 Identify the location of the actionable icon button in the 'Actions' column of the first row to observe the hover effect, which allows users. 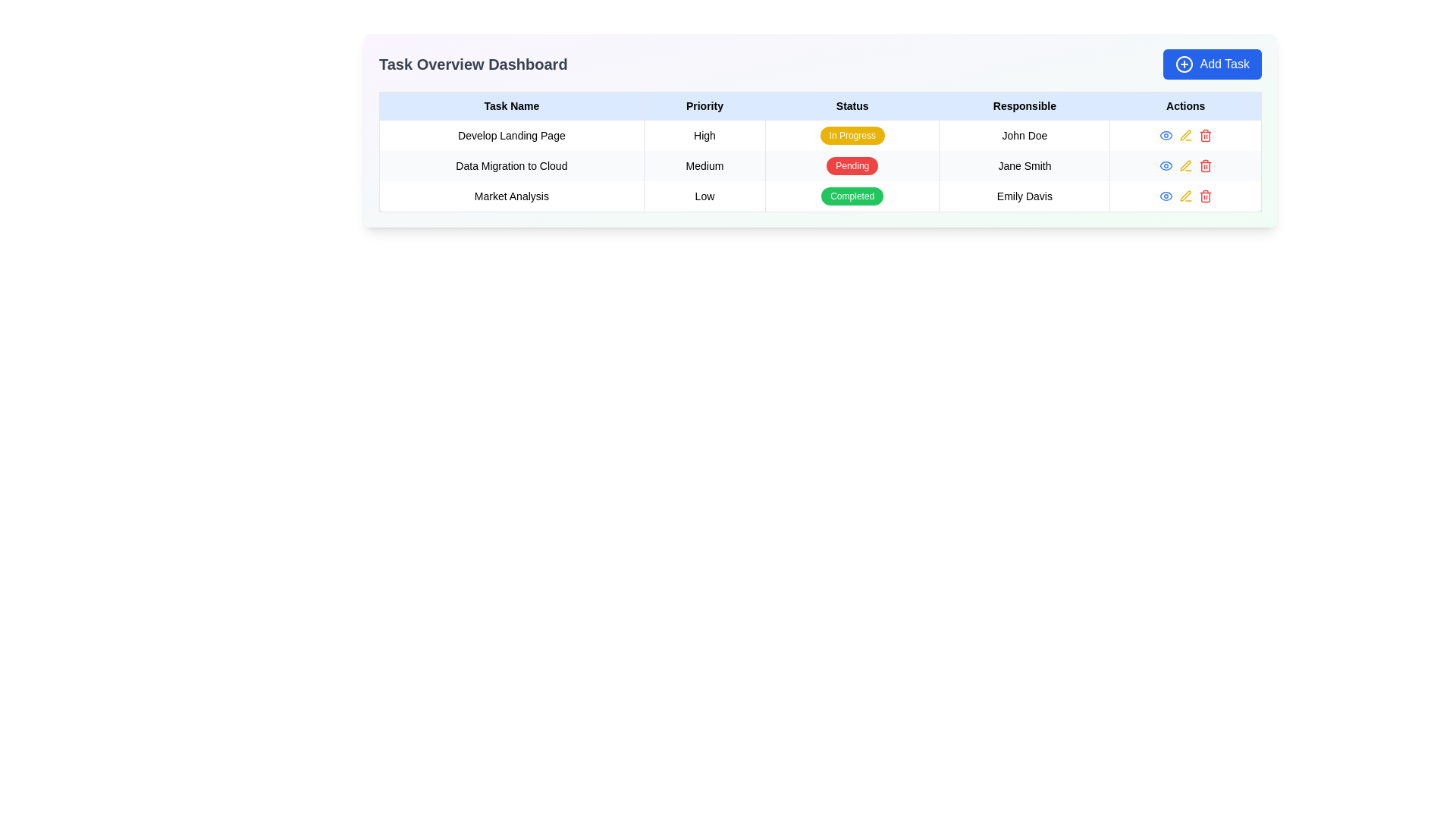
(1165, 195).